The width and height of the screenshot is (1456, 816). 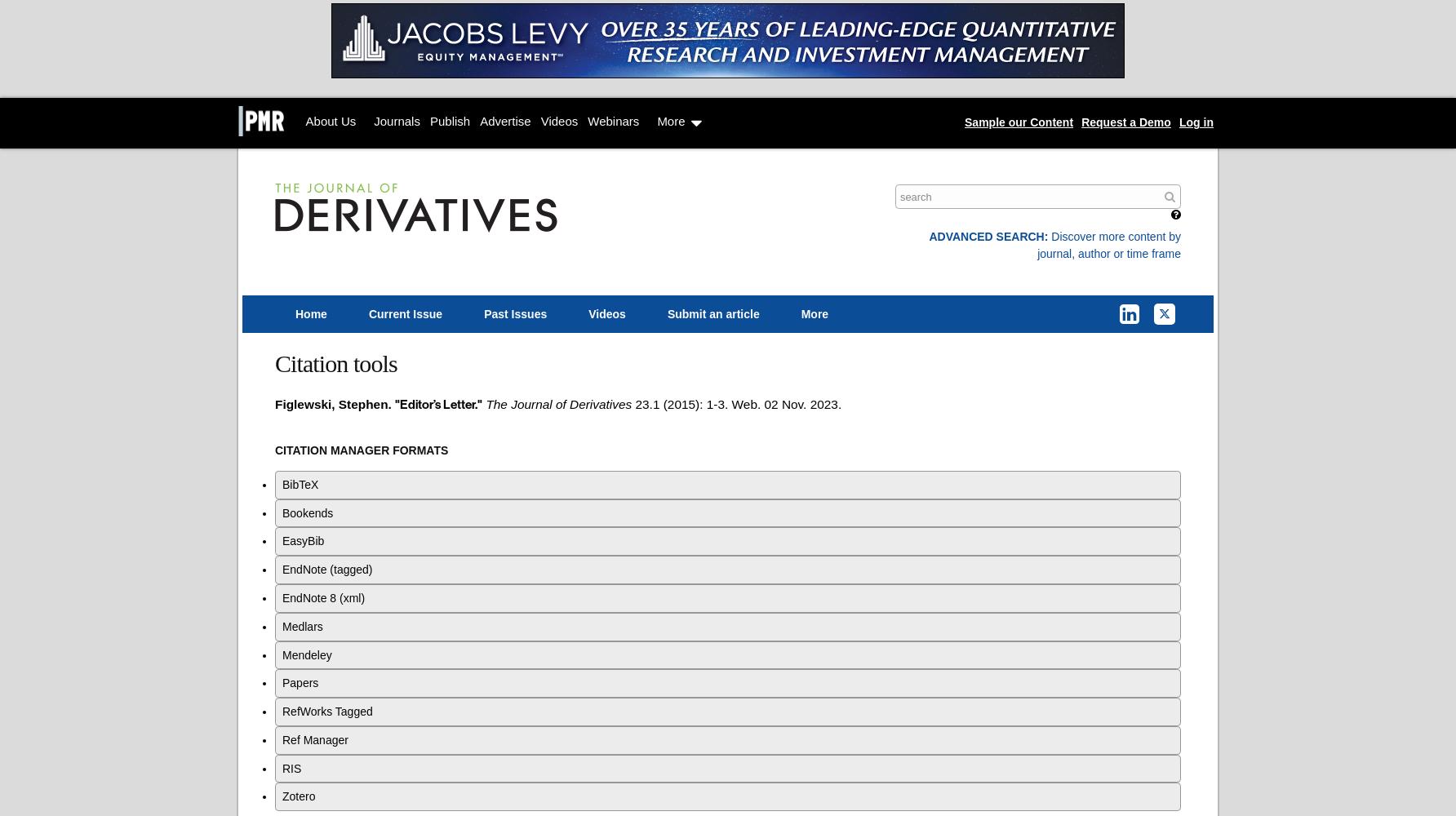 What do you see at coordinates (651, 402) in the screenshot?
I see `'1'` at bounding box center [651, 402].